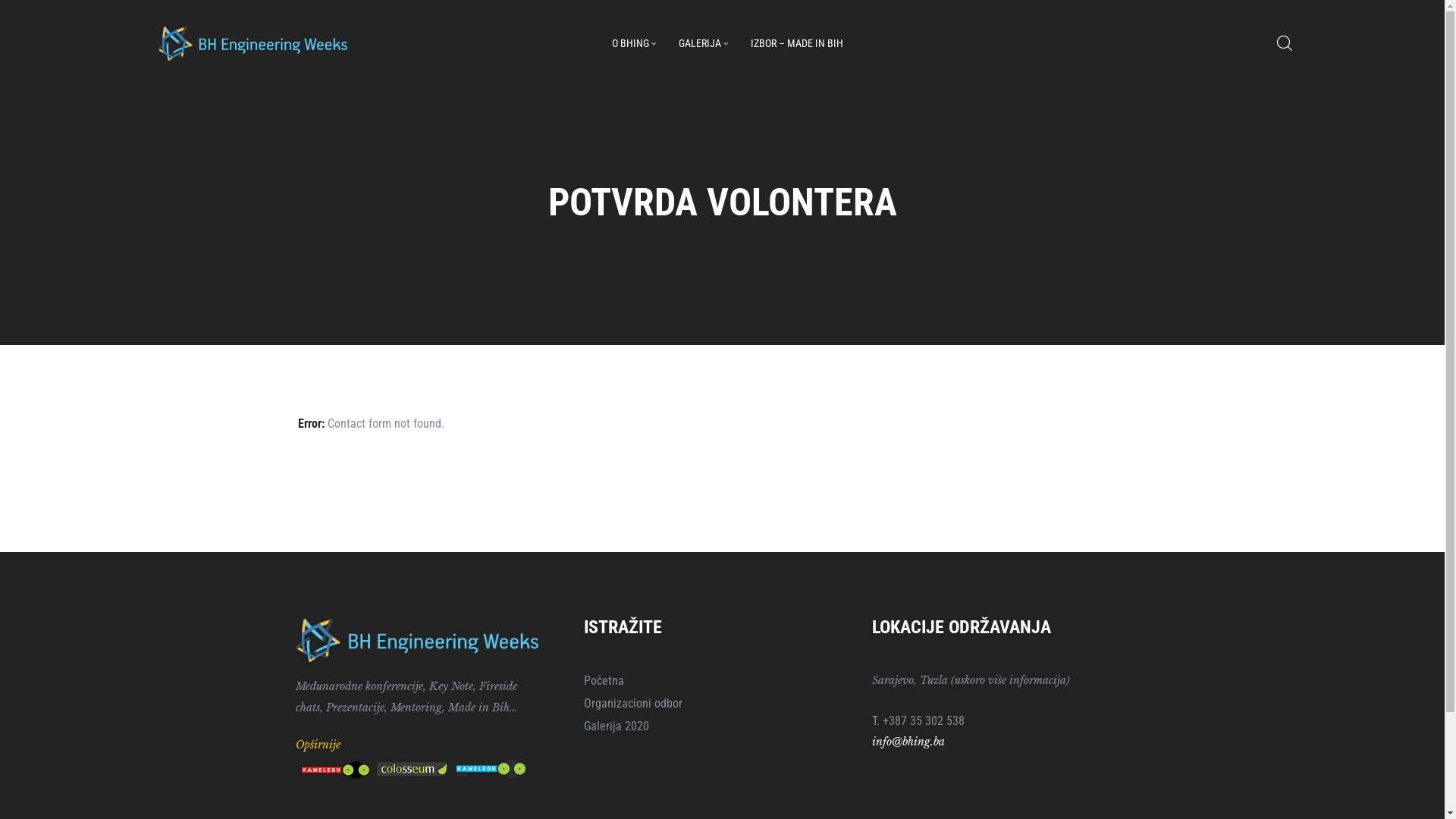  I want to click on 'GALERIJA', so click(702, 42).